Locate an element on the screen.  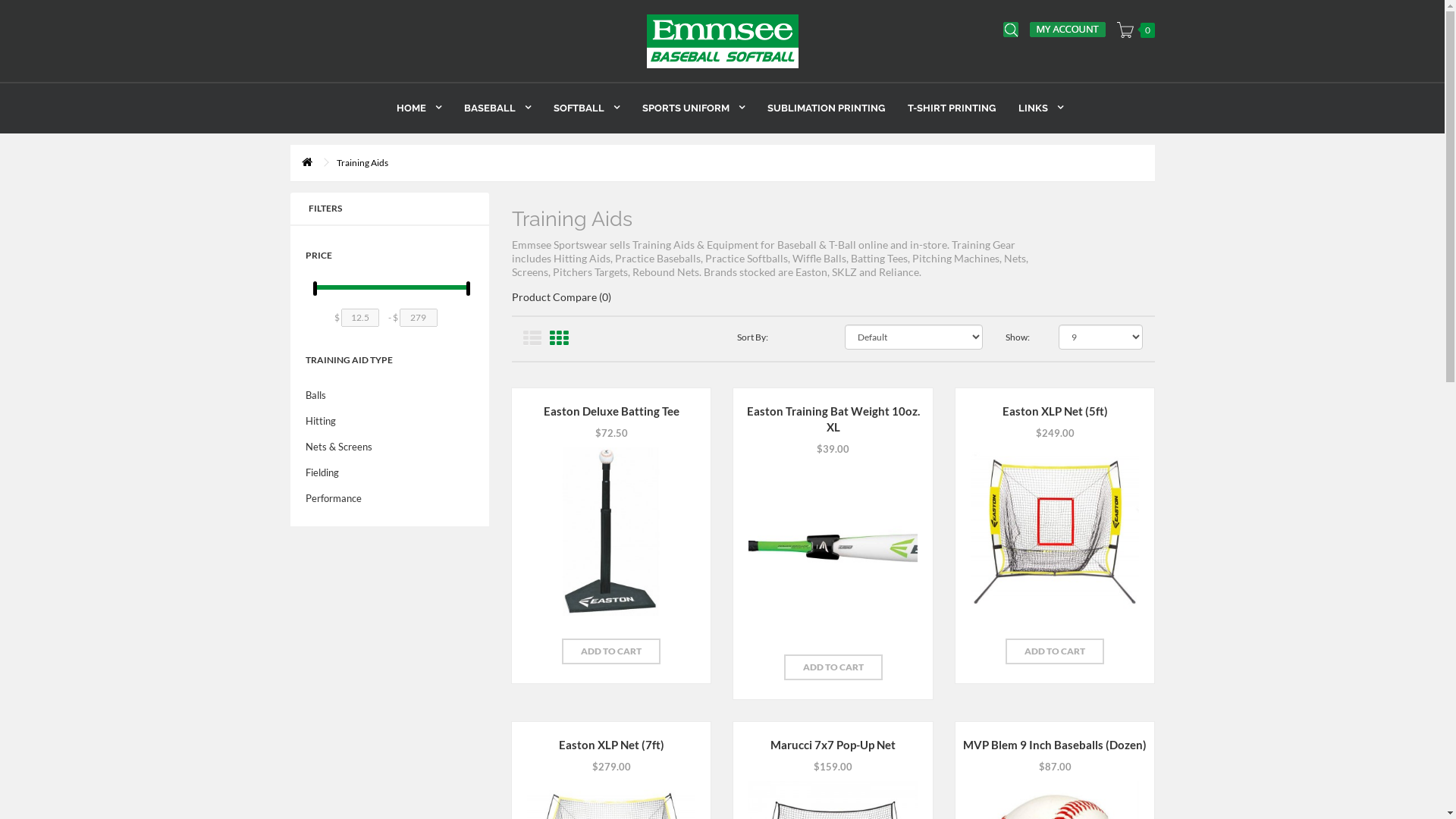
'Emmsee Sportswear' is located at coordinates (720, 40).